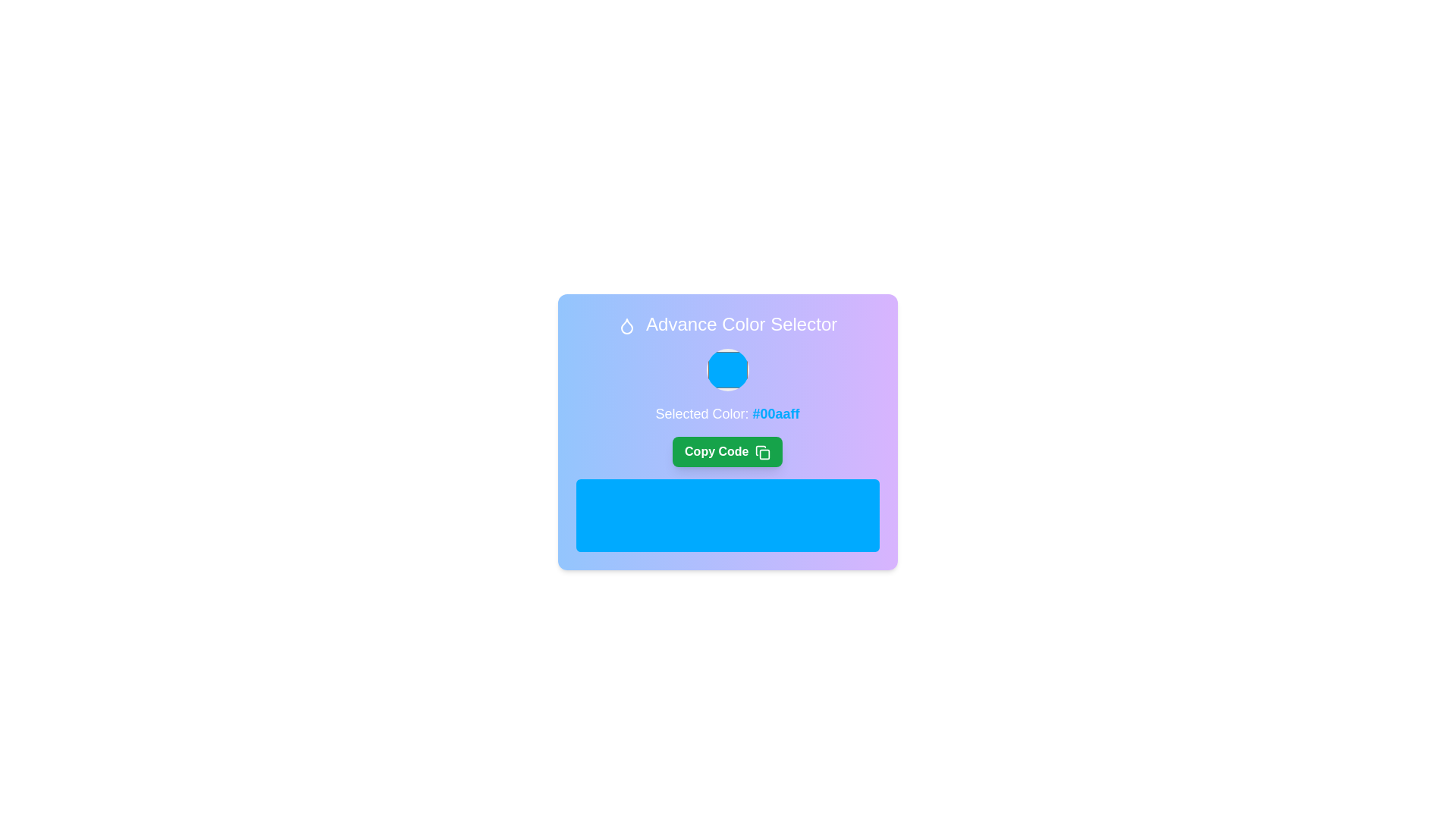  Describe the element at coordinates (626, 325) in the screenshot. I see `the decorative droplet icon located next to the 'Advance Color Selector' text in the top-left section of the card layout` at that location.